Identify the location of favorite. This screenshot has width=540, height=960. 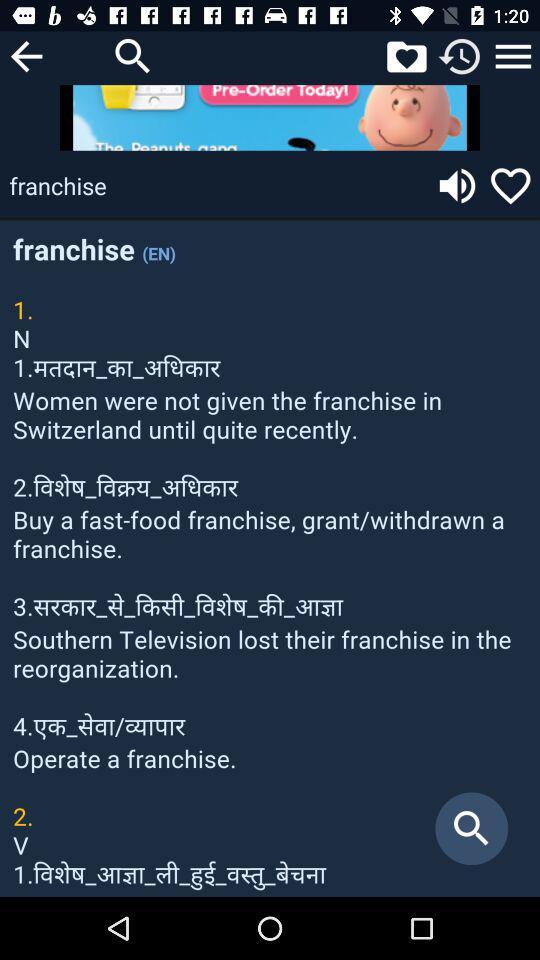
(510, 185).